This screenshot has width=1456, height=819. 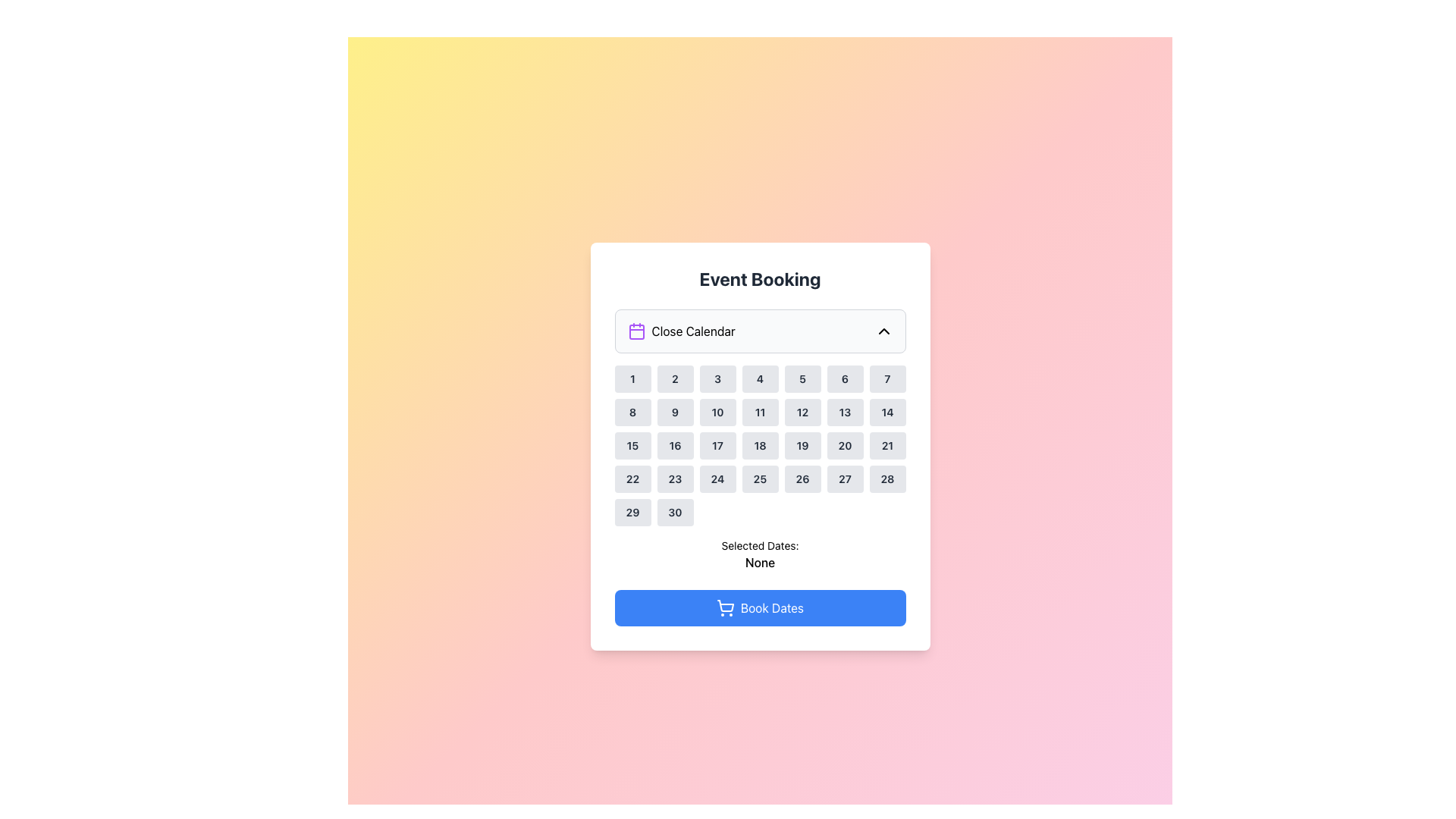 I want to click on the date selection button for '16' in the calendar interface, so click(x=674, y=444).